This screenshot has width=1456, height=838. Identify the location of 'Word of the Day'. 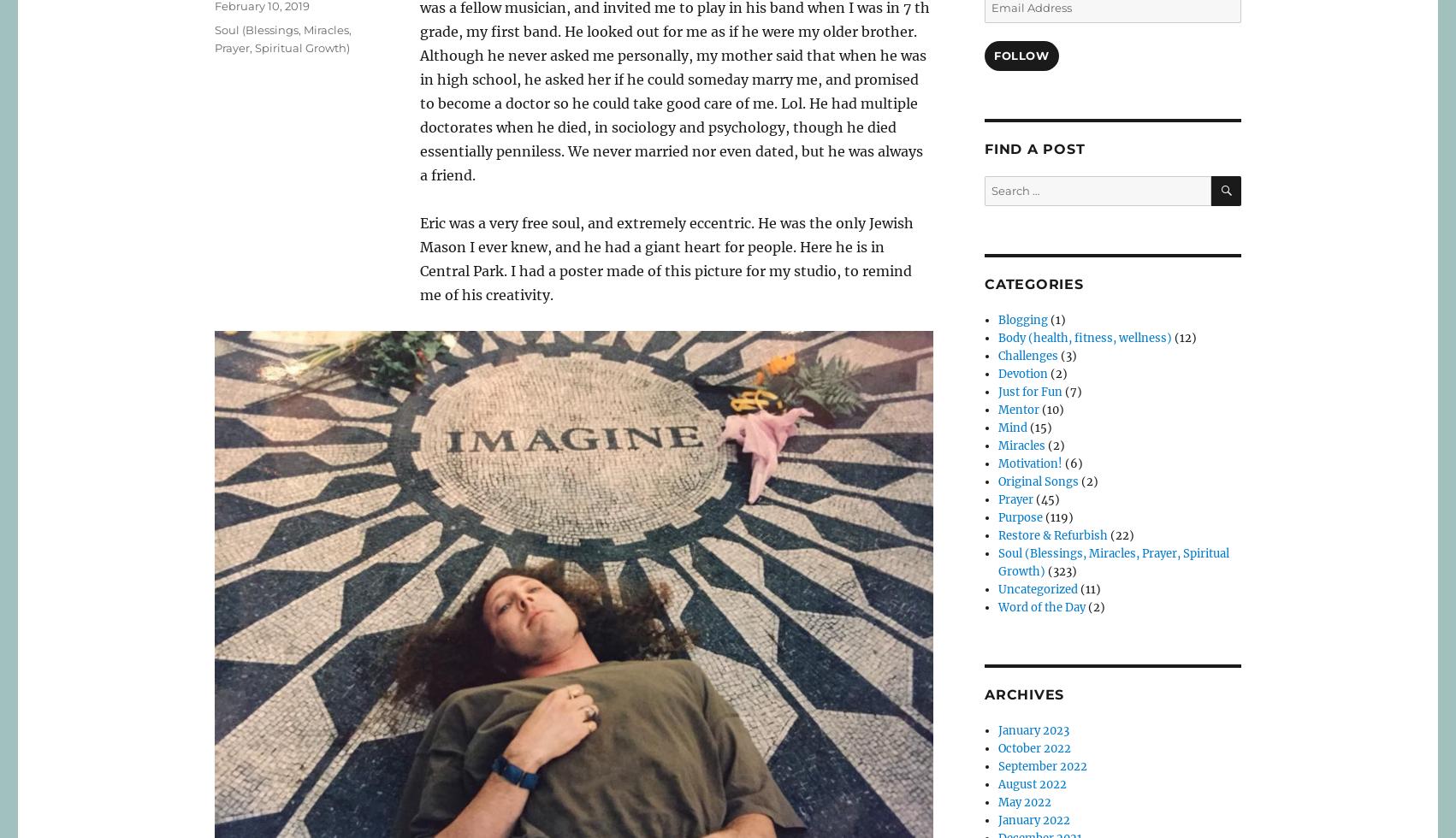
(1041, 607).